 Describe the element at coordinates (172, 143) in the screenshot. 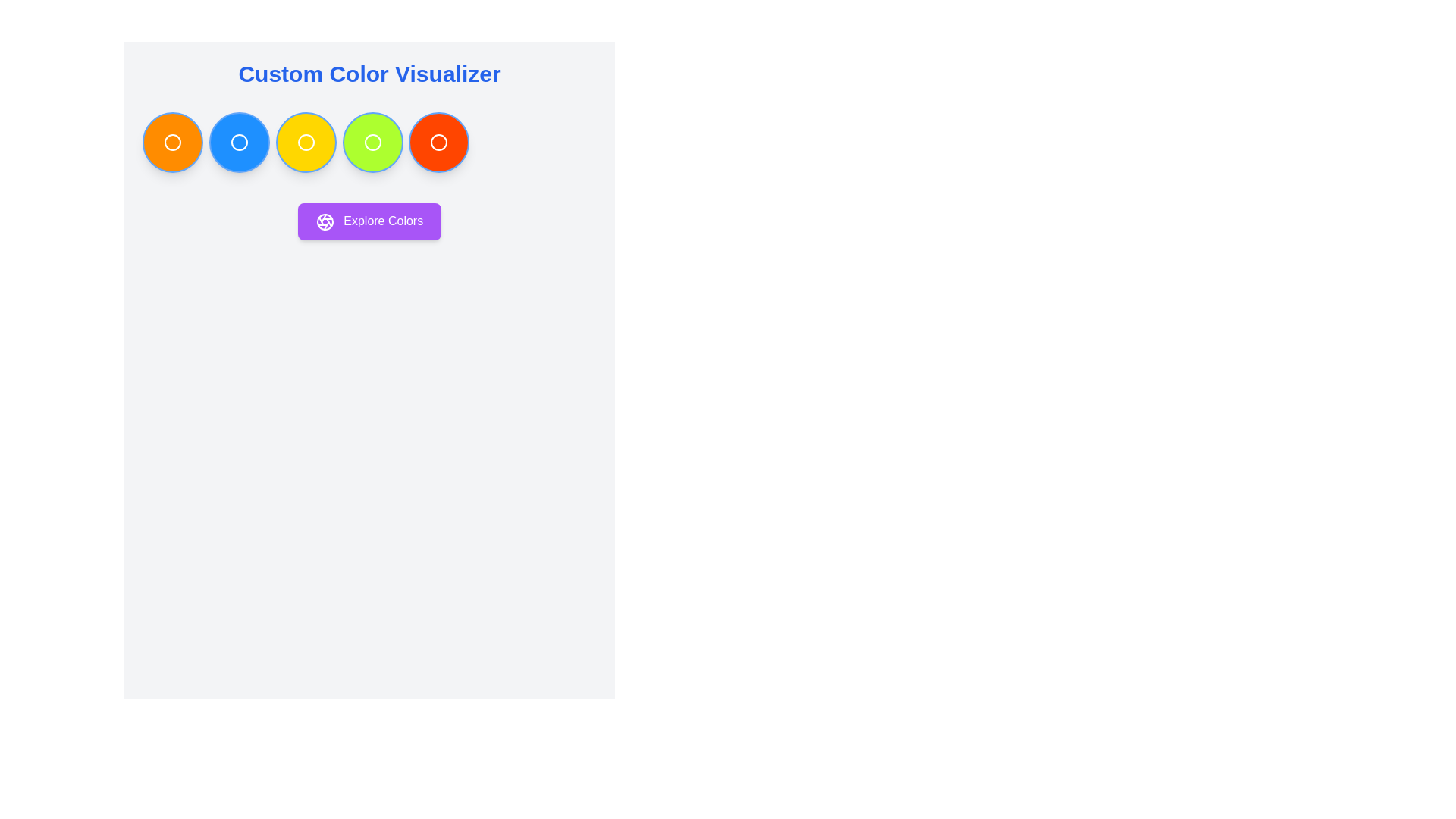

I see `the first circular button below the 'Custom Color Visualizer' heading` at that location.